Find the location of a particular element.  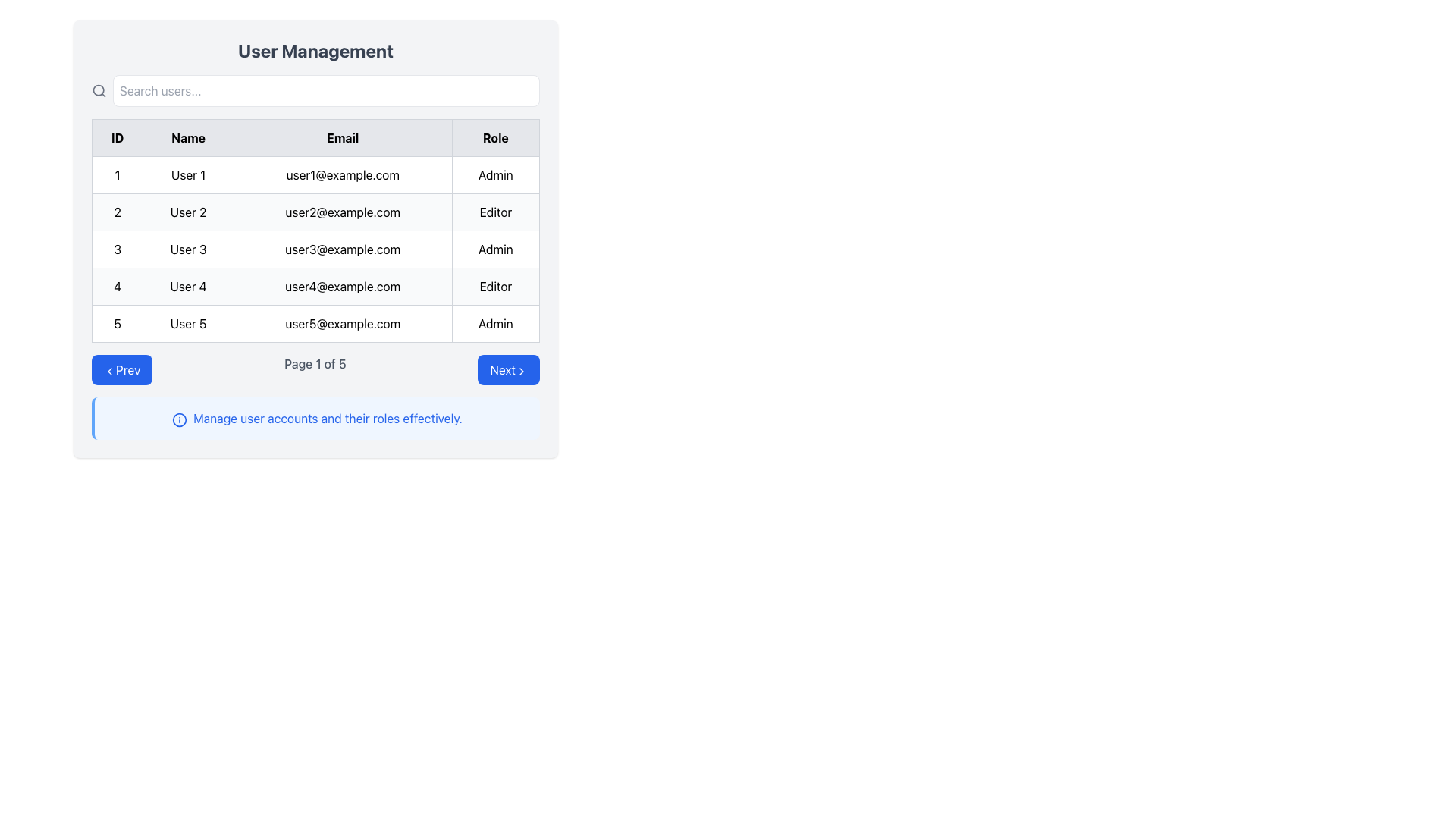

displayed text in the table cell located in the first column of the row labeled 'User 5', which shows the number '5' is located at coordinates (117, 323).